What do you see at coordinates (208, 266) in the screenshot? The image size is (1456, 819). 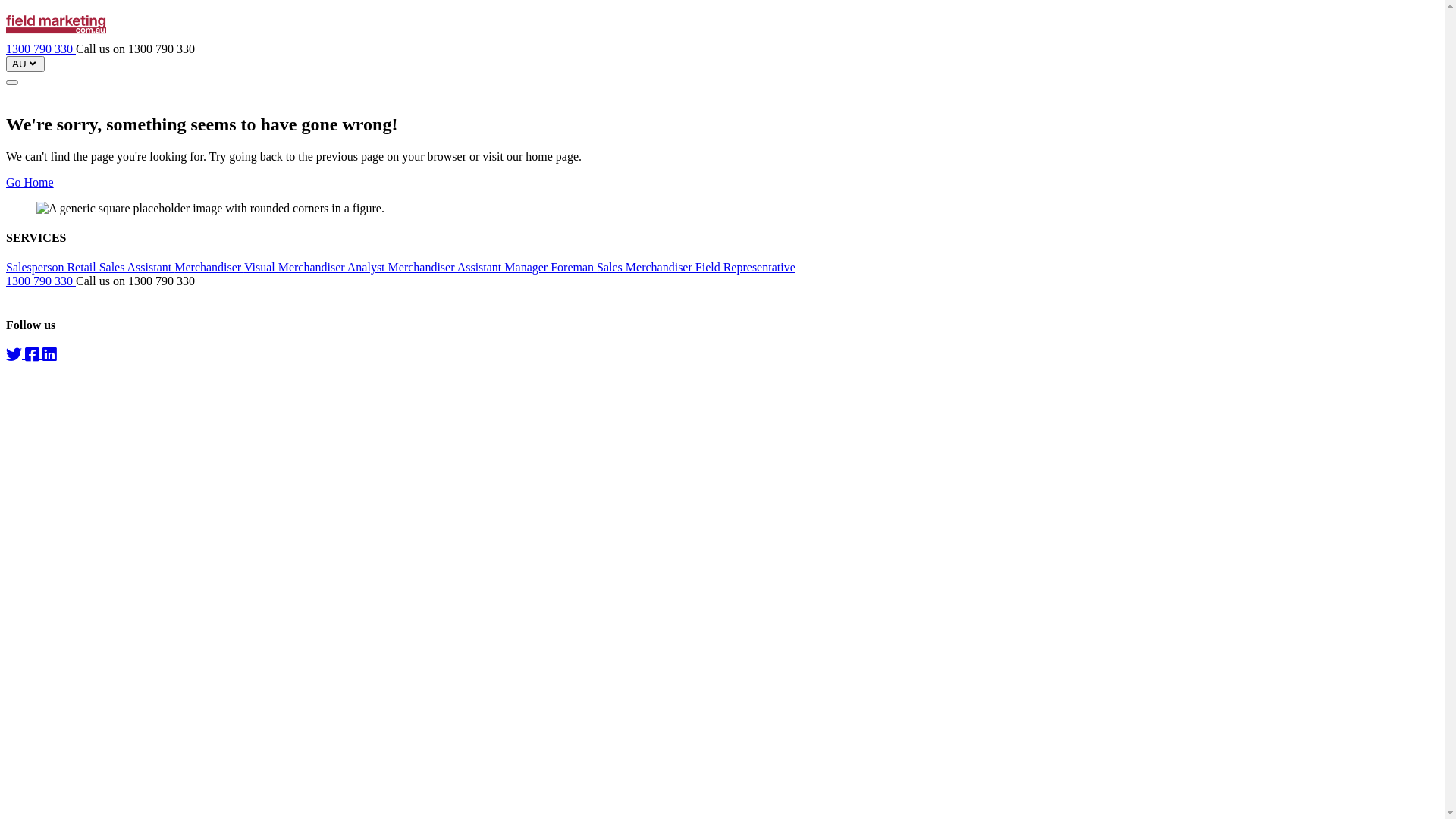 I see `'Merchandiser'` at bounding box center [208, 266].